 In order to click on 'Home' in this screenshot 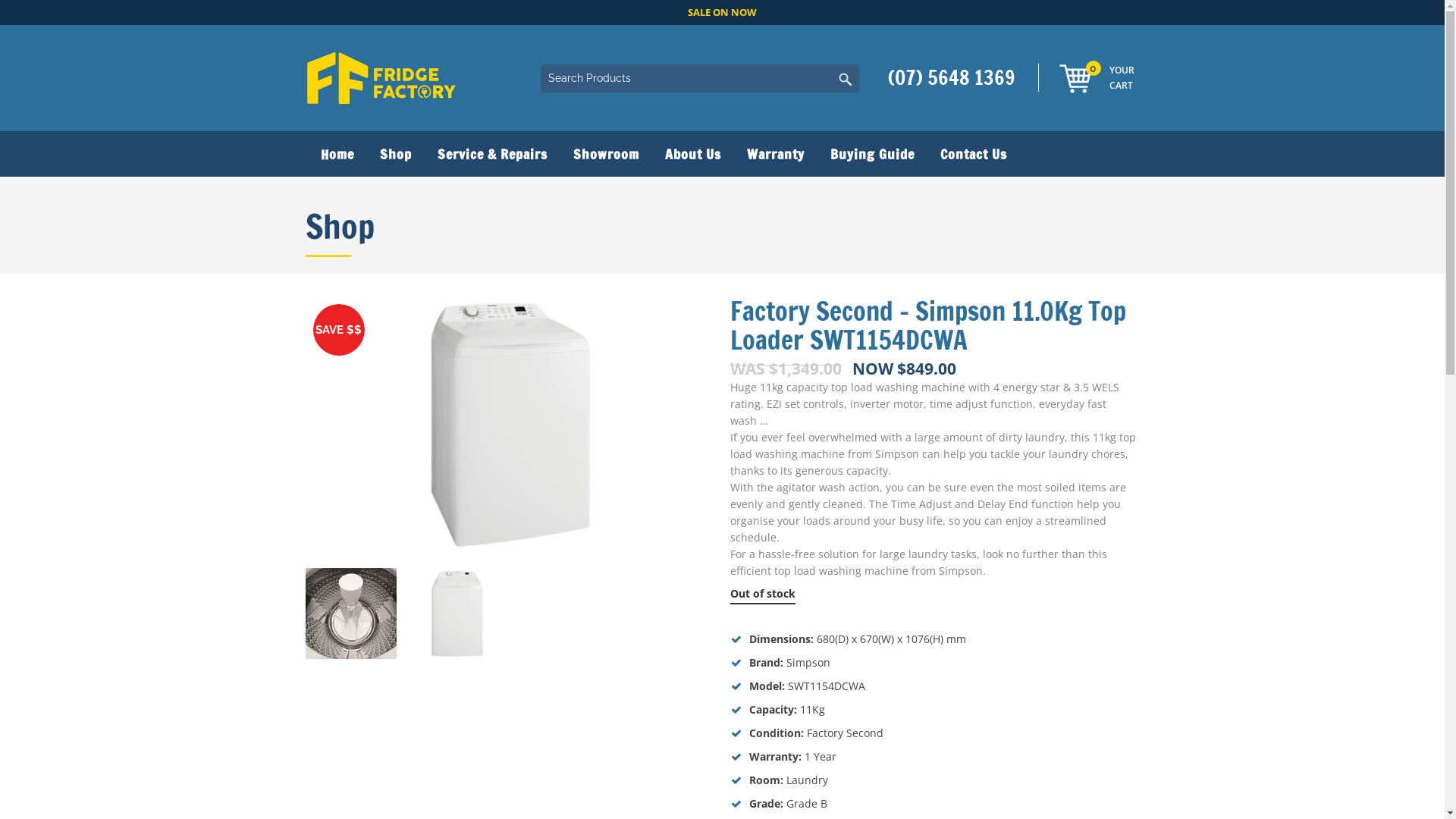, I will do `click(304, 154)`.